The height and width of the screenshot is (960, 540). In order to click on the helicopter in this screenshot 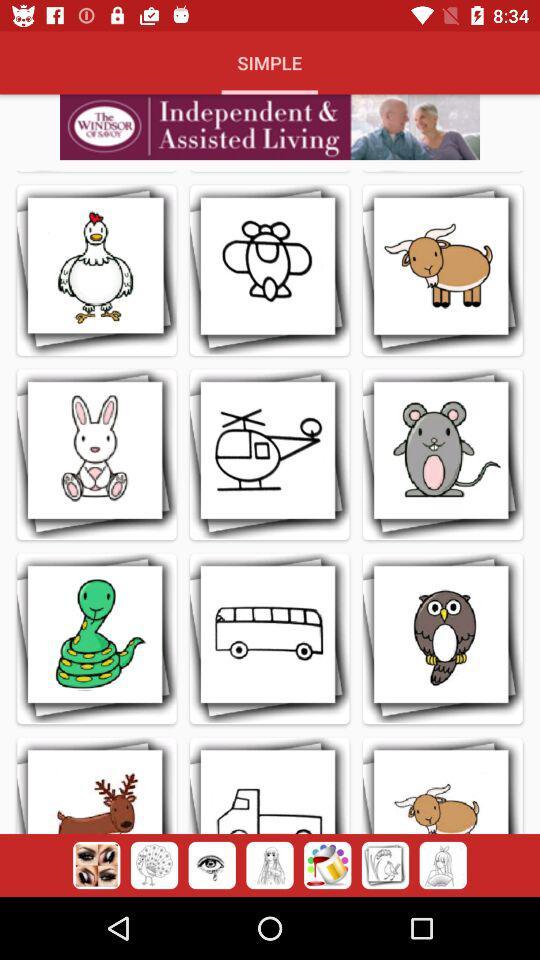, I will do `click(270, 454)`.